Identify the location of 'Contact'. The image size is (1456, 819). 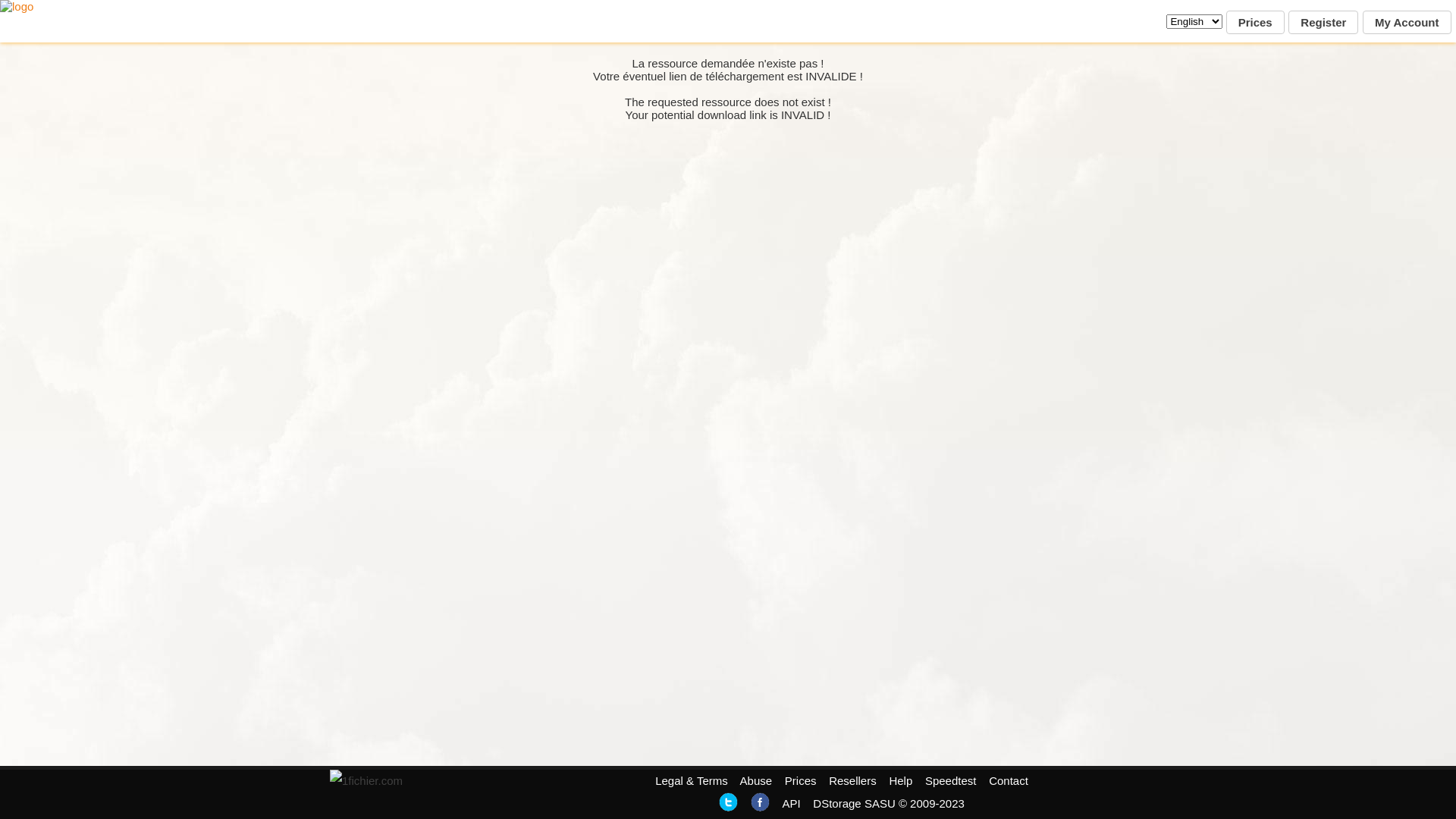
(1008, 780).